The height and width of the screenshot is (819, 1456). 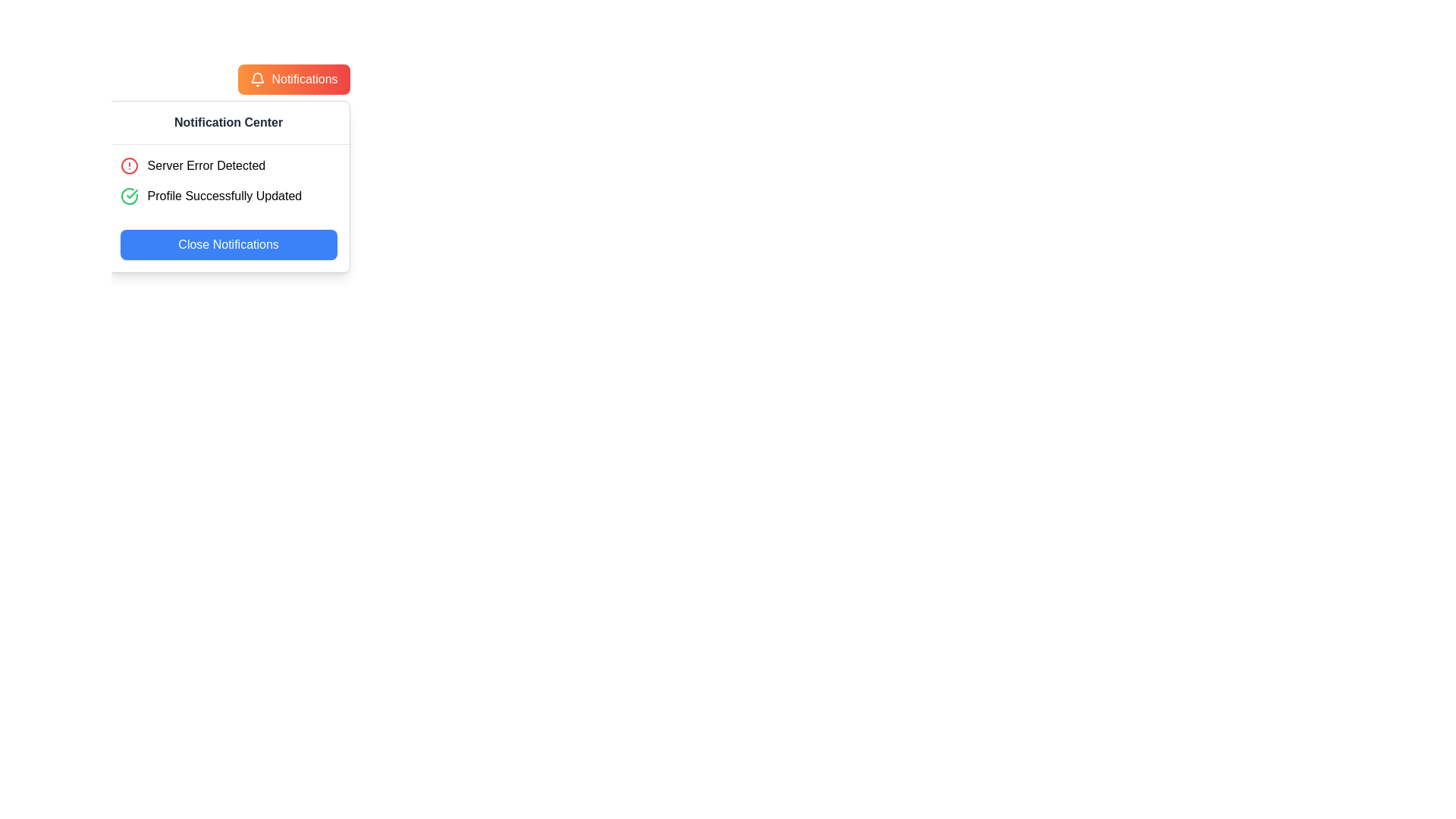 What do you see at coordinates (227, 195) in the screenshot?
I see `the text 'Profile Successfully Updated' in the second notification entry of the notification center` at bounding box center [227, 195].